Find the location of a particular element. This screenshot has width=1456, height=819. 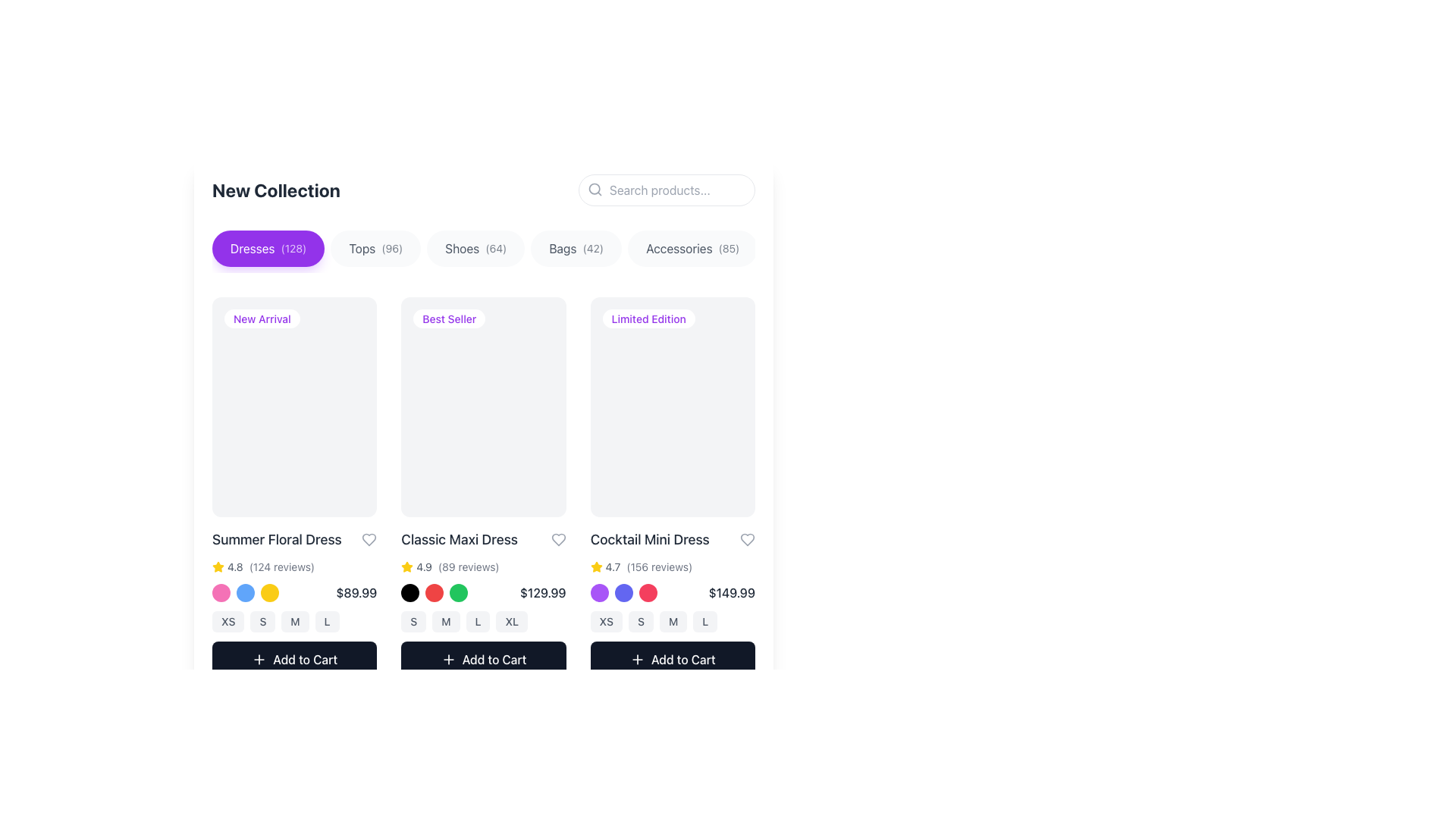

the informational count static text indicating the number of items available in the 'Bags' category, located to the right of the 'Bags' label in the upper-central part of the page is located at coordinates (592, 247).